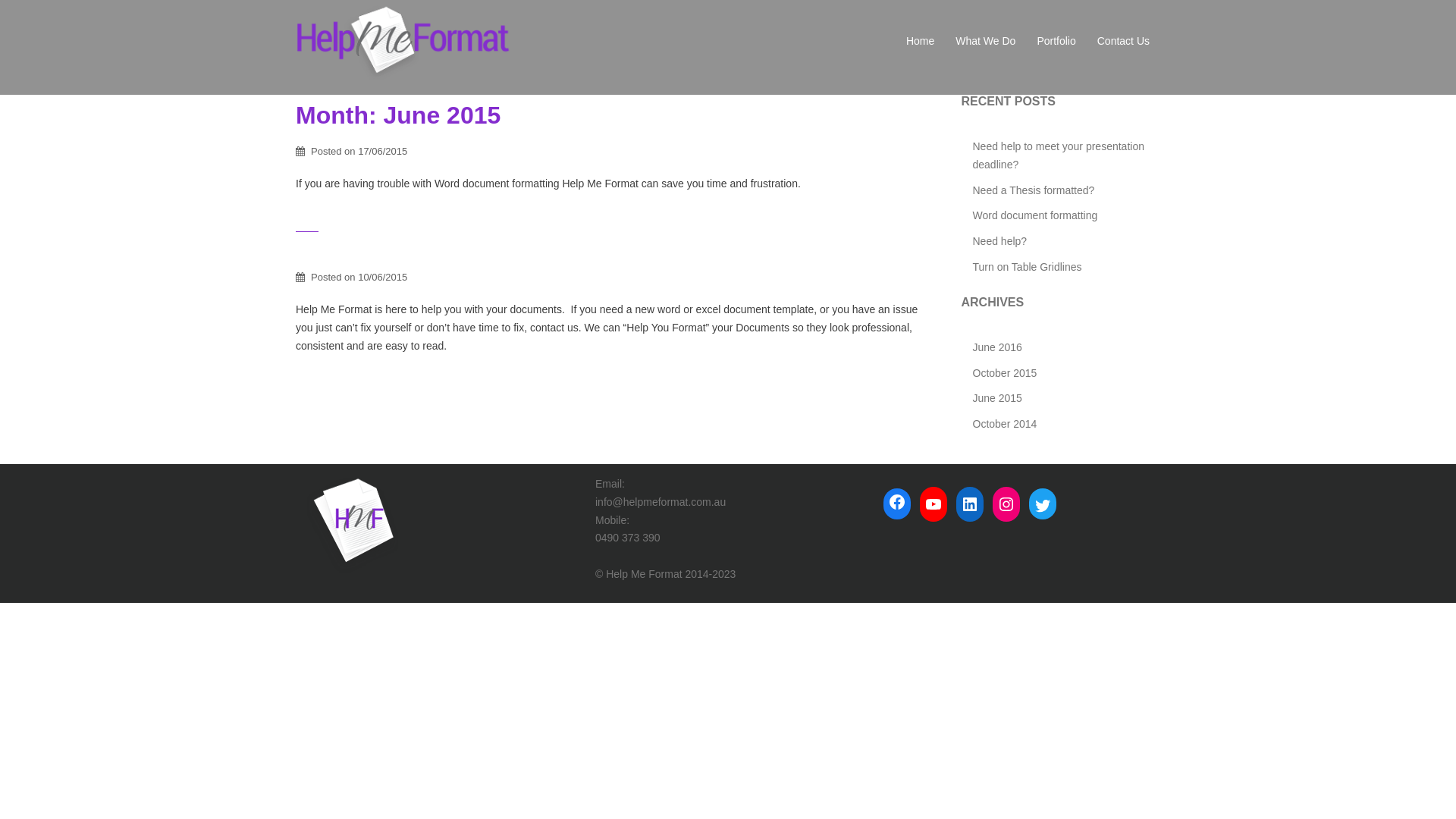 The height and width of the screenshot is (819, 1456). Describe the element at coordinates (968, 504) in the screenshot. I see `'LinkedIn'` at that location.